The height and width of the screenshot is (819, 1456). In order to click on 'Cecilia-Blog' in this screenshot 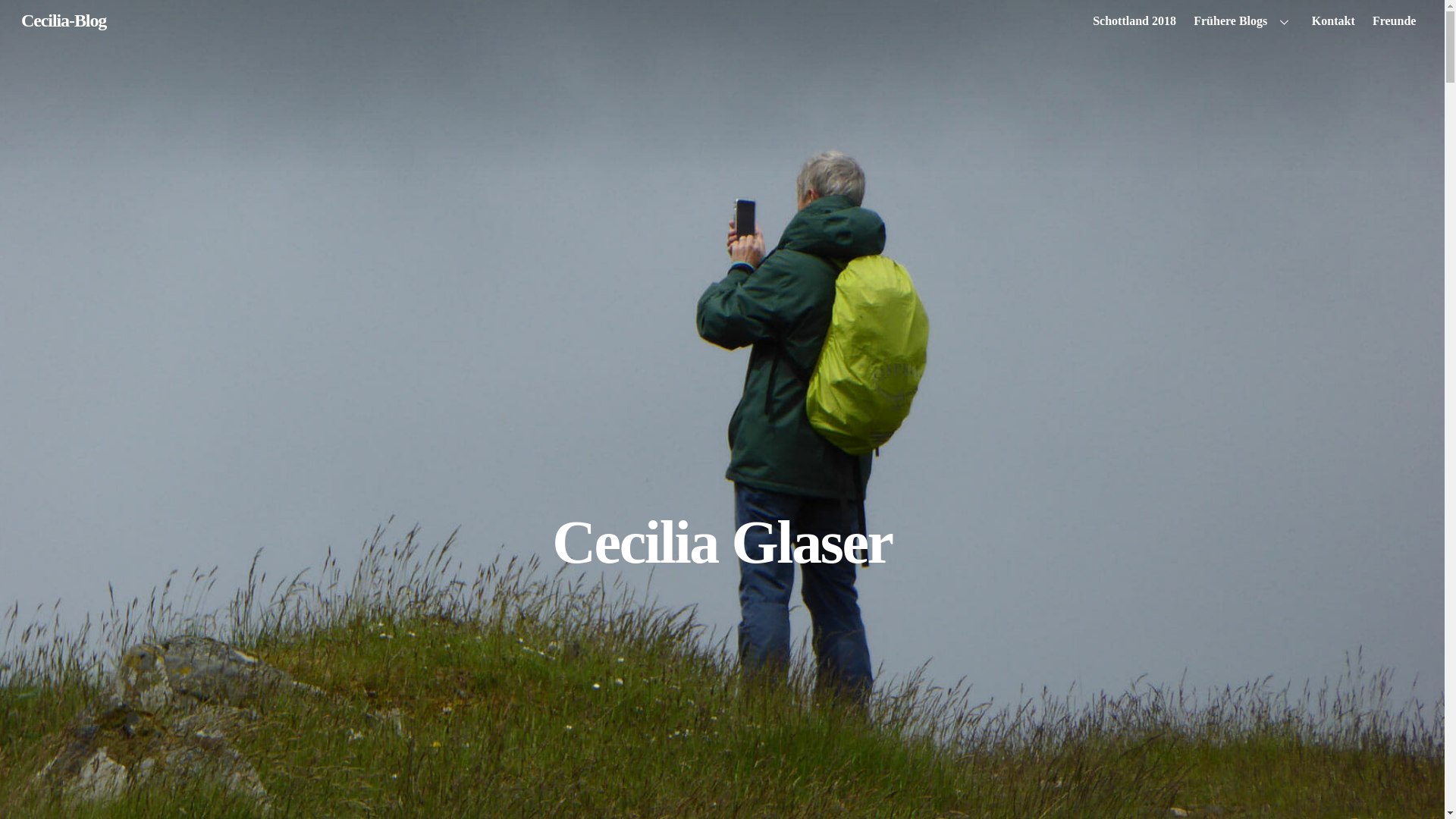, I will do `click(63, 20)`.